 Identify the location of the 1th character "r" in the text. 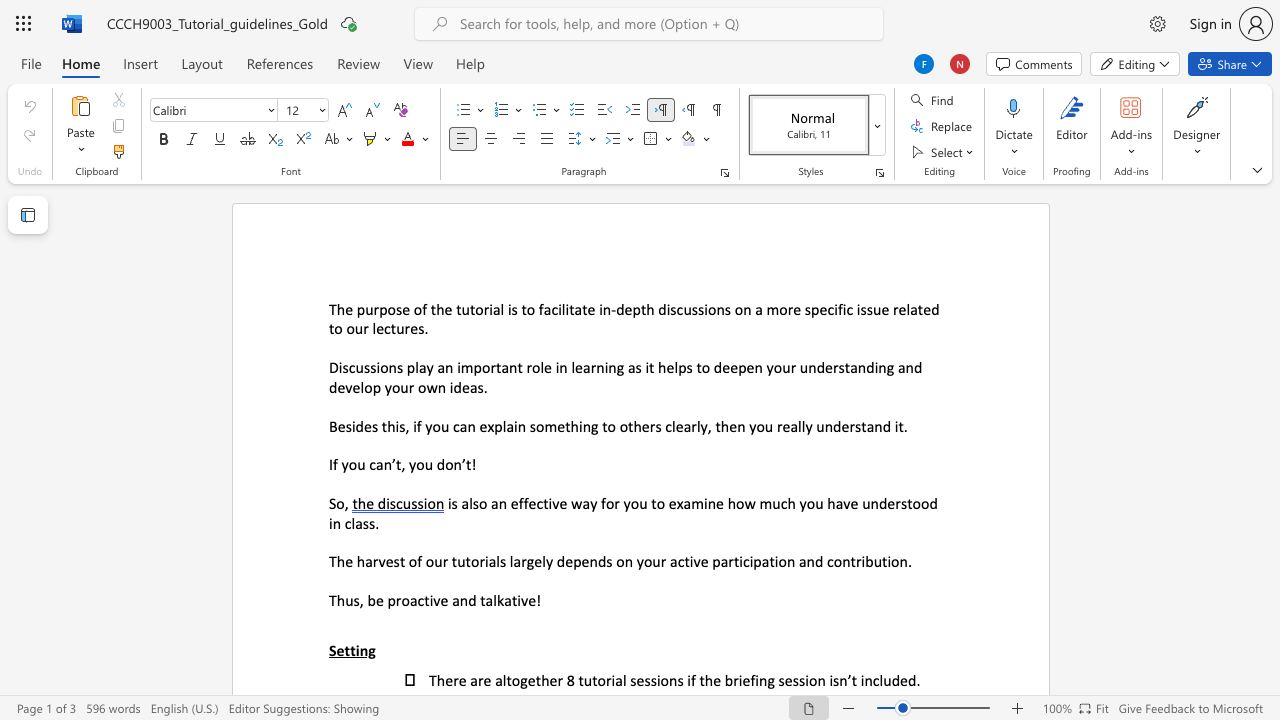
(652, 425).